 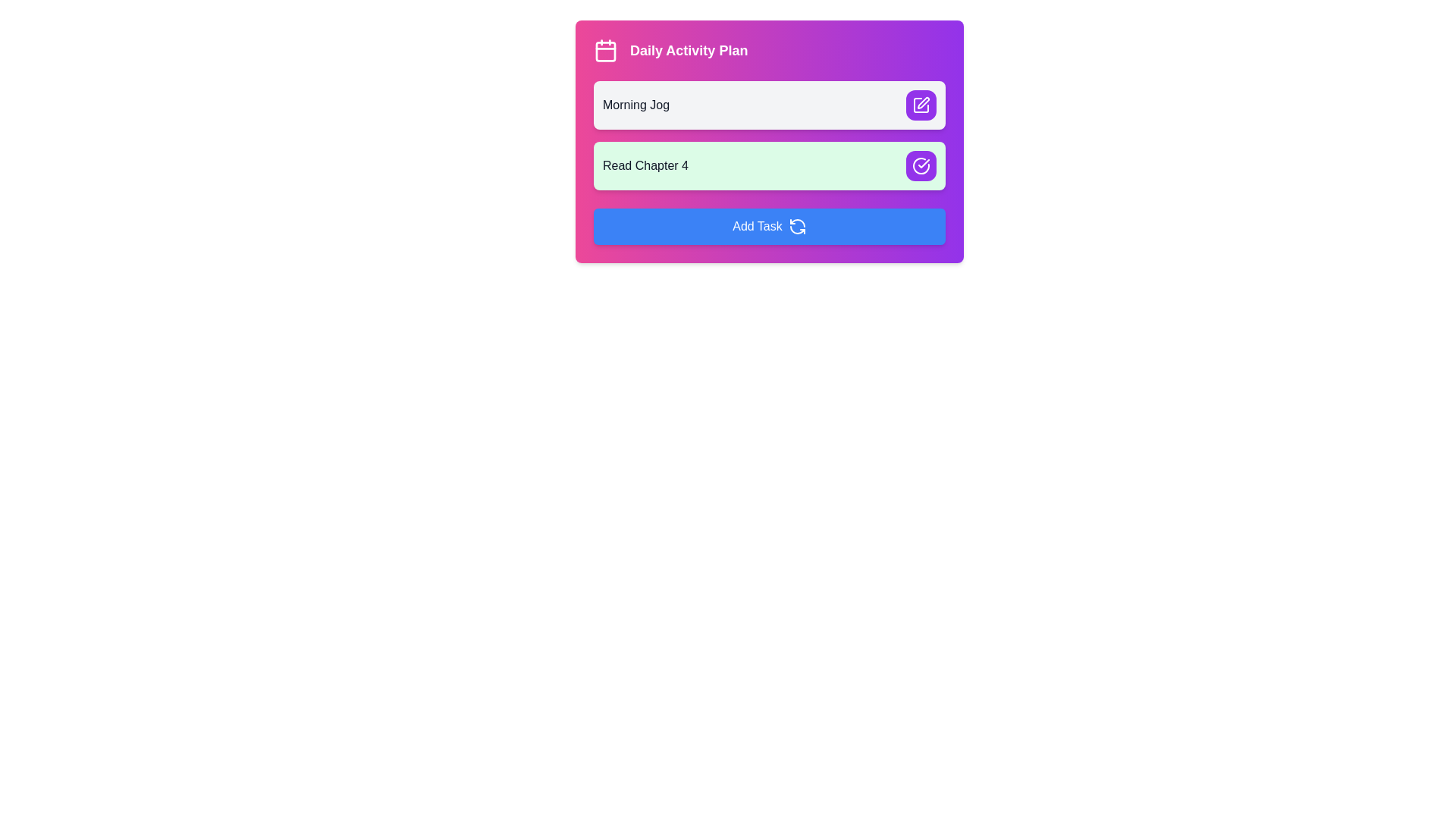 I want to click on the decorative graphical element located at the upper-left corner of the purple header containing the text 'Daily Activity Plan', so click(x=604, y=51).